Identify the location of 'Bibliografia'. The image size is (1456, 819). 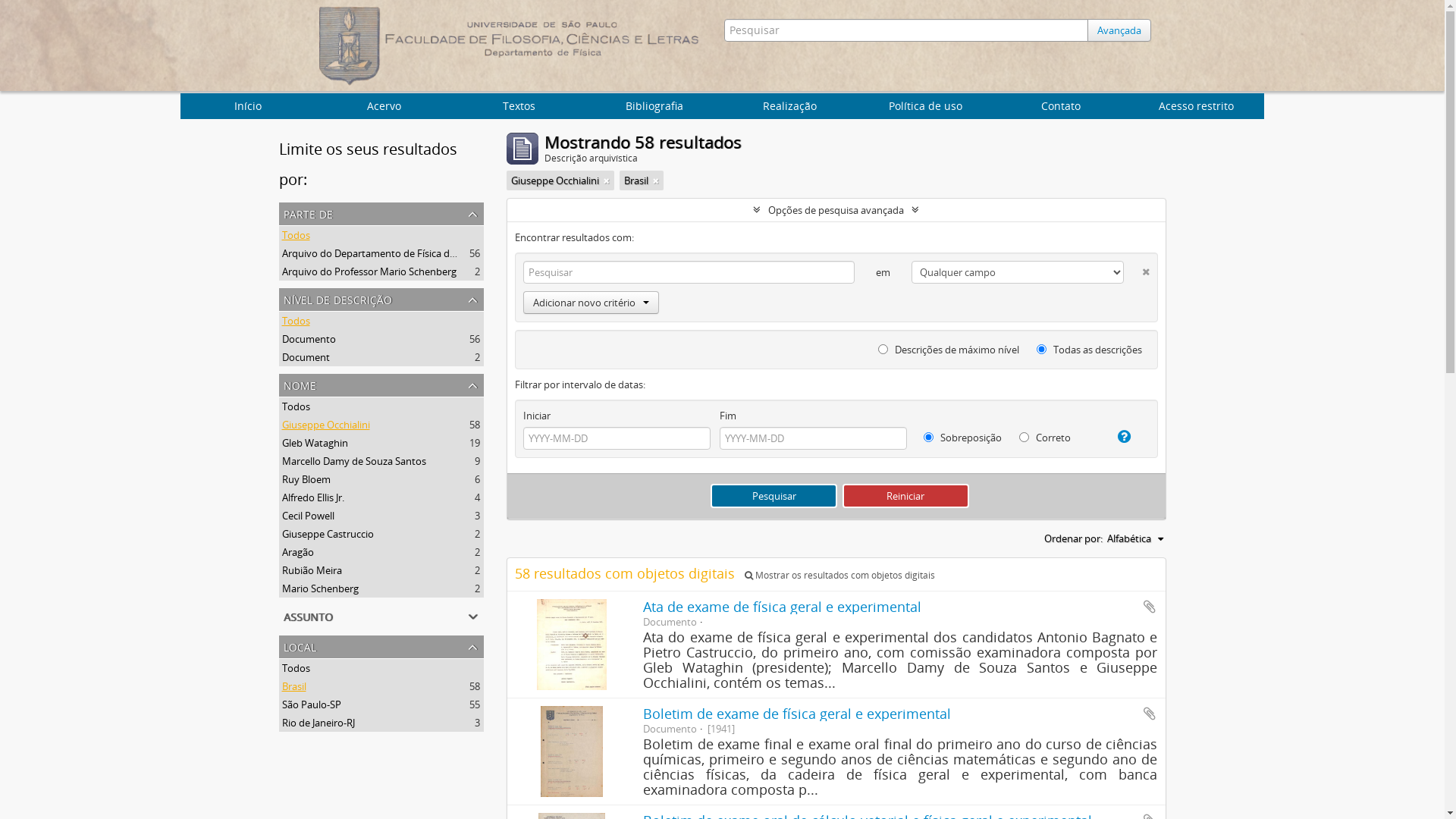
(585, 105).